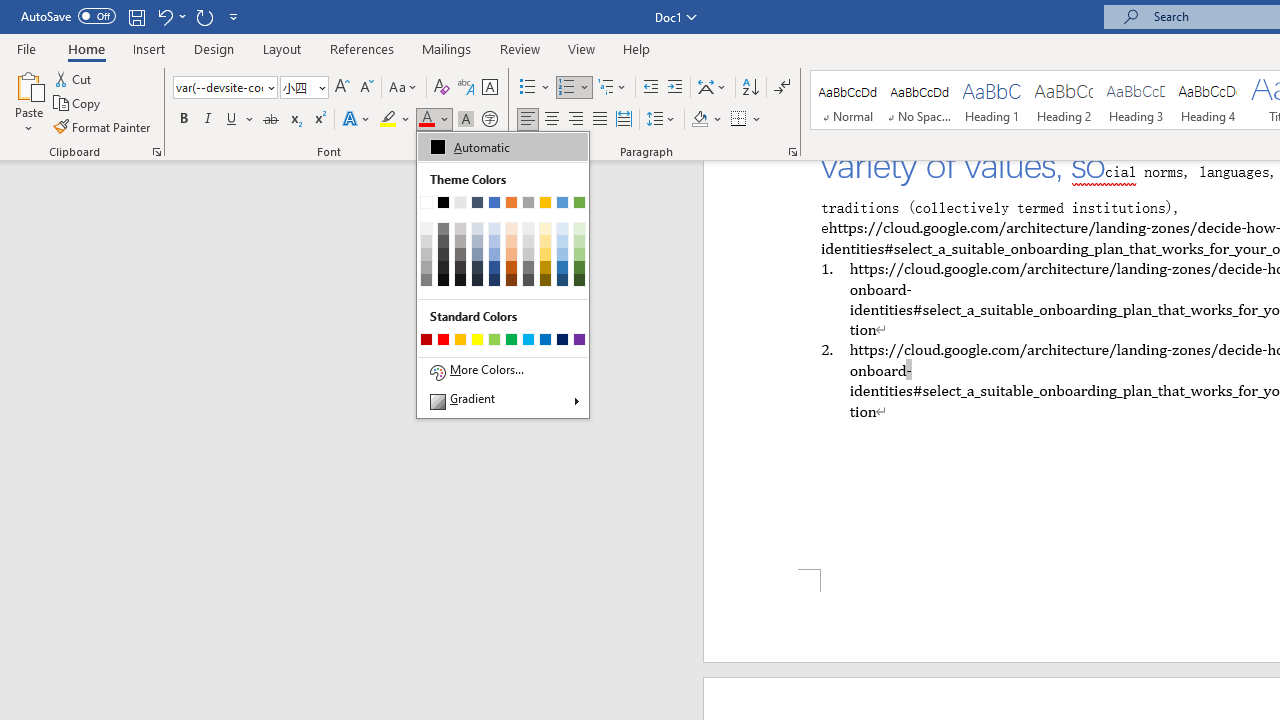 The image size is (1280, 720). Describe the element at coordinates (170, 16) in the screenshot. I see `'Undo Paragraph Alignment'` at that location.